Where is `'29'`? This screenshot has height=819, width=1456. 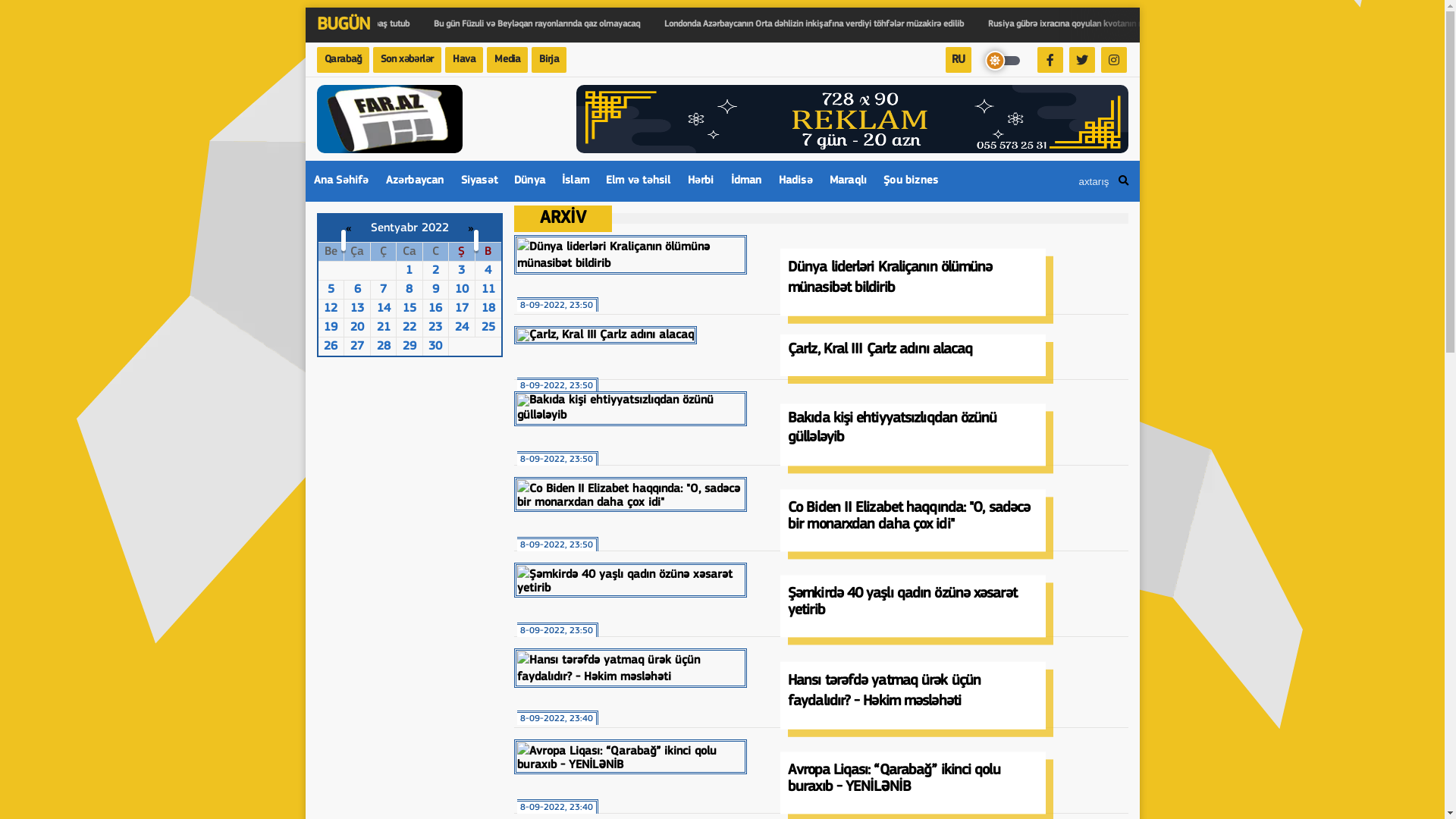
'29' is located at coordinates (409, 346).